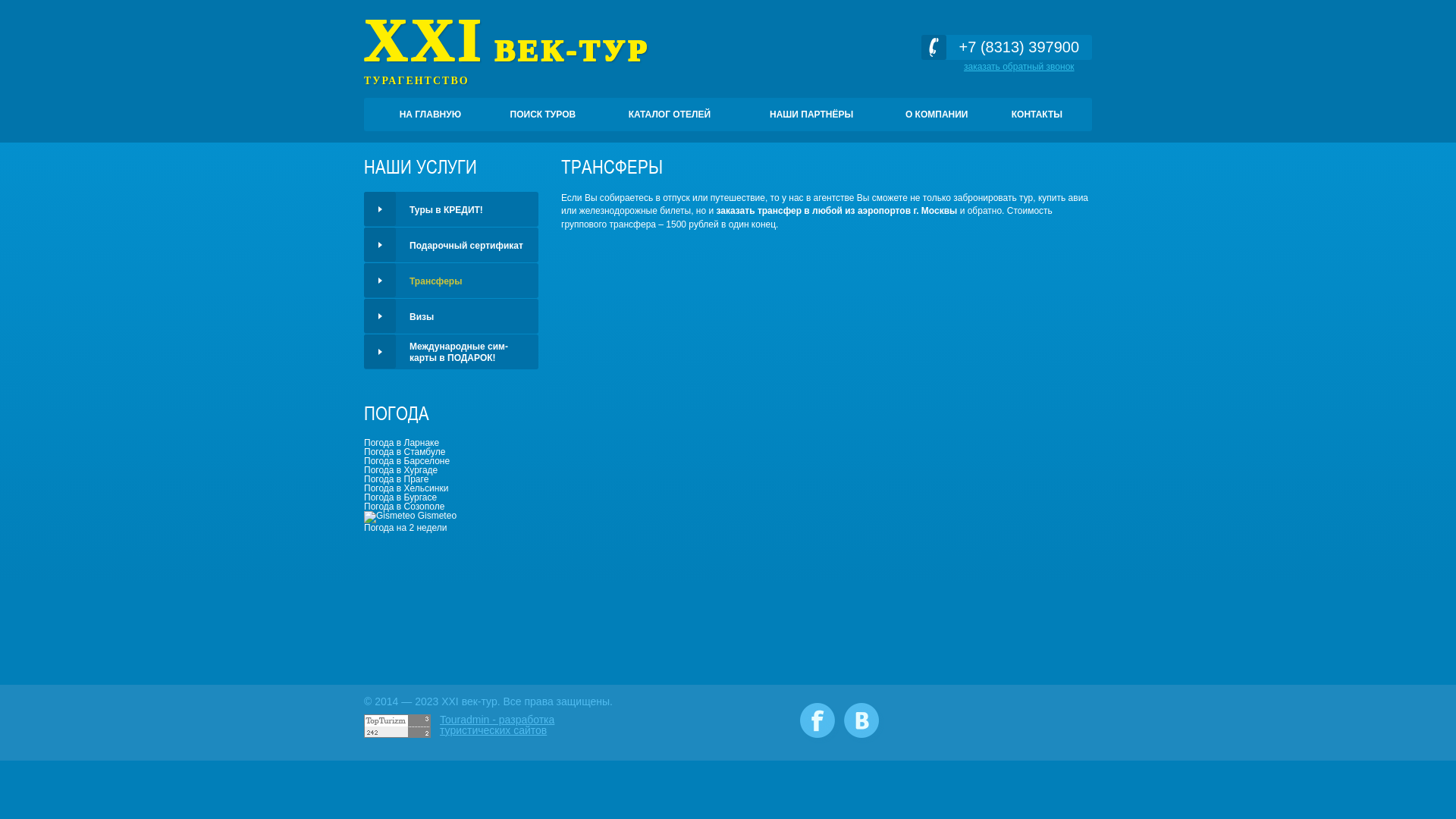 This screenshot has height=819, width=1456. What do you see at coordinates (410, 514) in the screenshot?
I see `'Gismeteo'` at bounding box center [410, 514].